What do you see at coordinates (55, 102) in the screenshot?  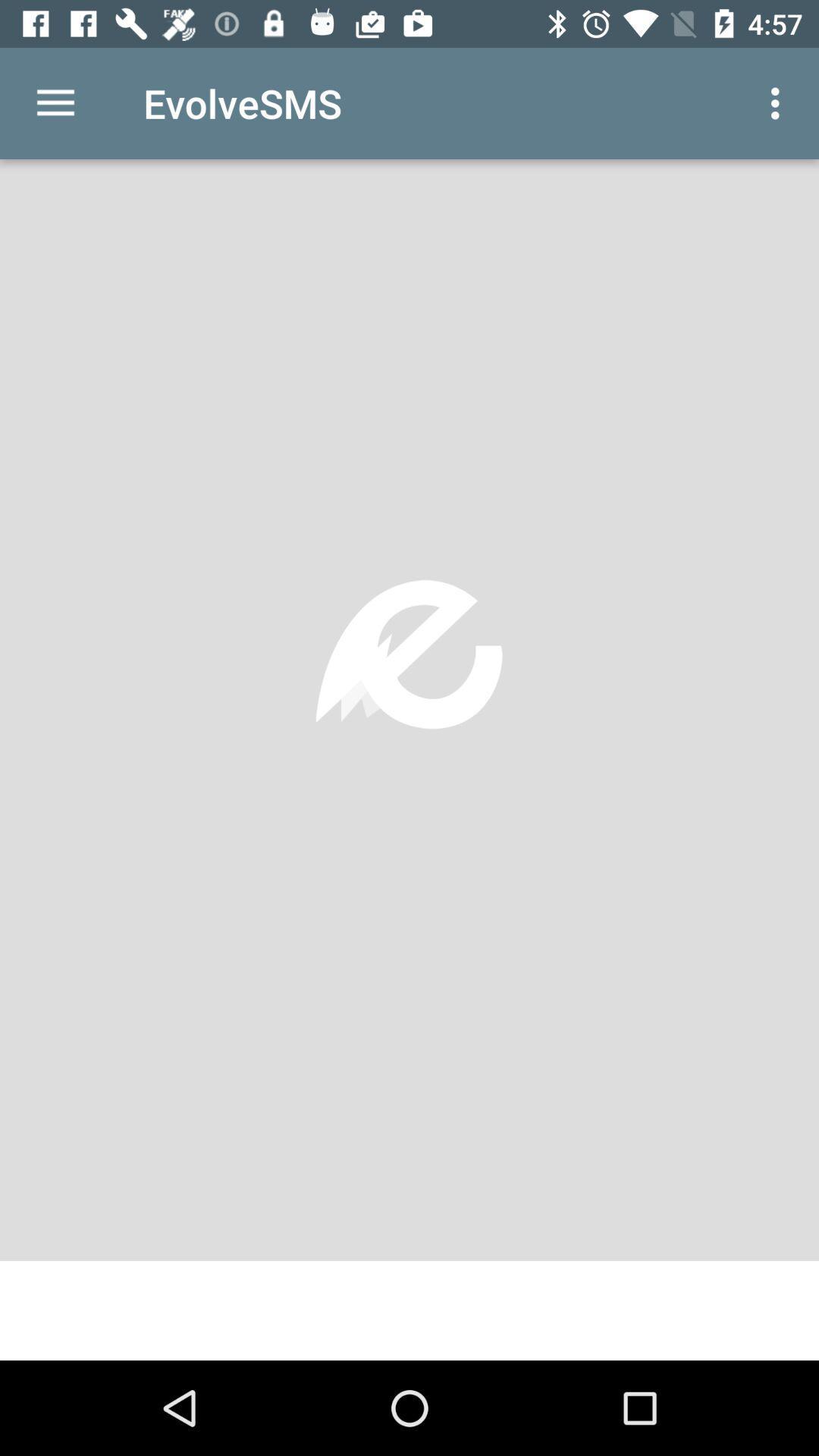 I see `the icon next to the evolvesms` at bounding box center [55, 102].